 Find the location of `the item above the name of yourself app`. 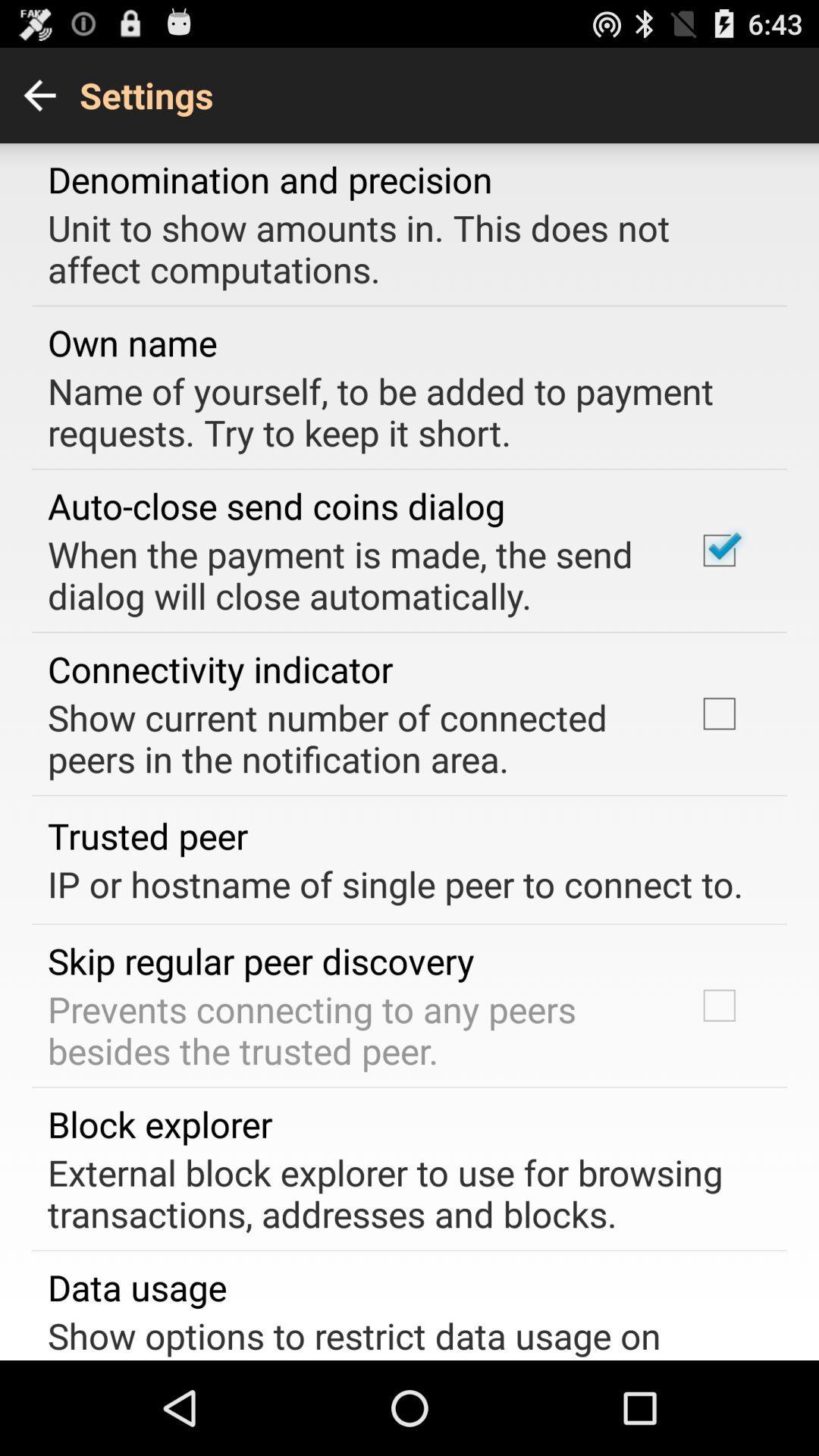

the item above the name of yourself app is located at coordinates (131, 341).